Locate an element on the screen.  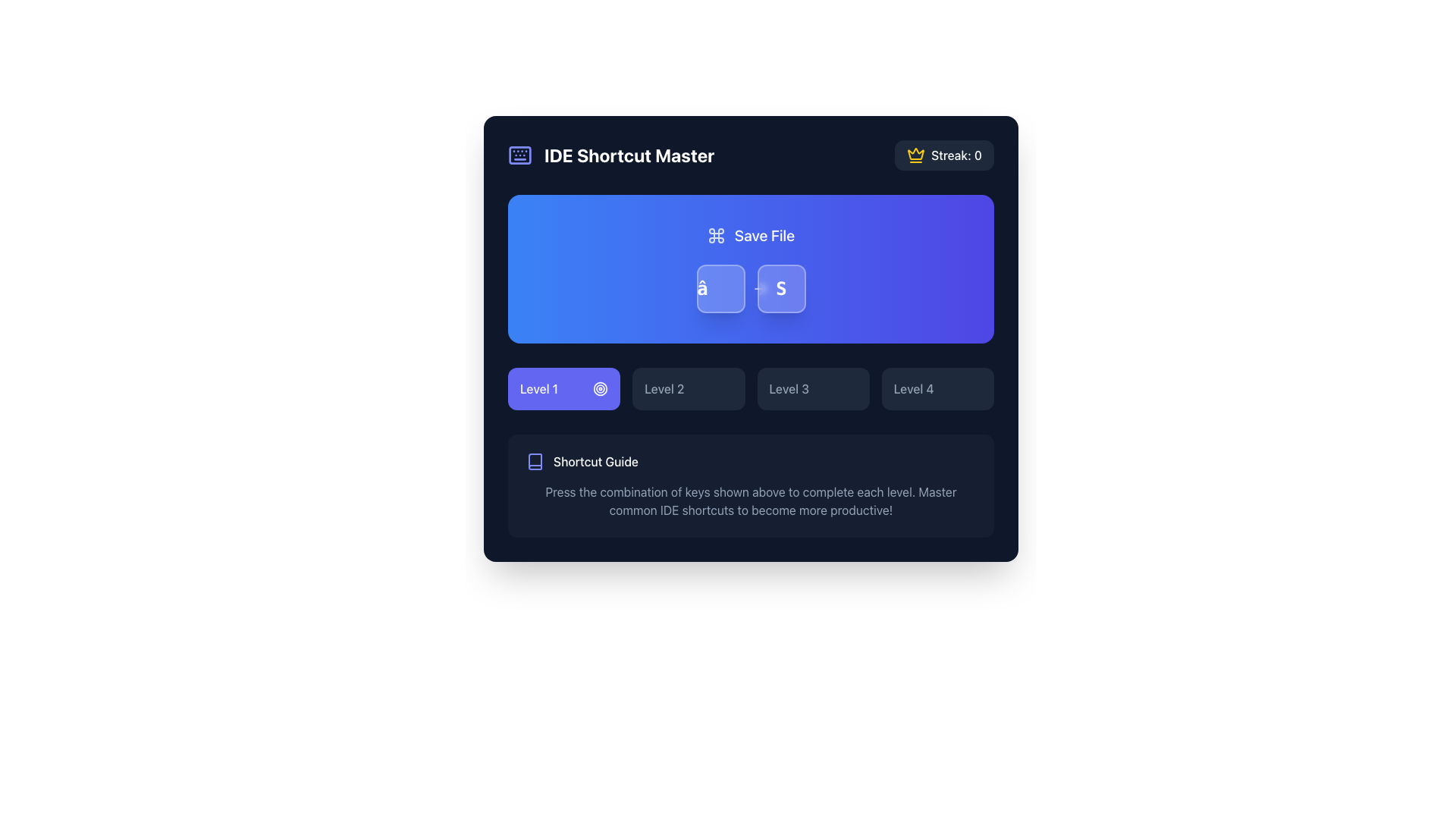
the graphical icon with a geometric design featuring a central cross structure and curved paths, located in the upper left corner of the blue rectangular section labeled 'IDE Shortcut Master' is located at coordinates (715, 236).